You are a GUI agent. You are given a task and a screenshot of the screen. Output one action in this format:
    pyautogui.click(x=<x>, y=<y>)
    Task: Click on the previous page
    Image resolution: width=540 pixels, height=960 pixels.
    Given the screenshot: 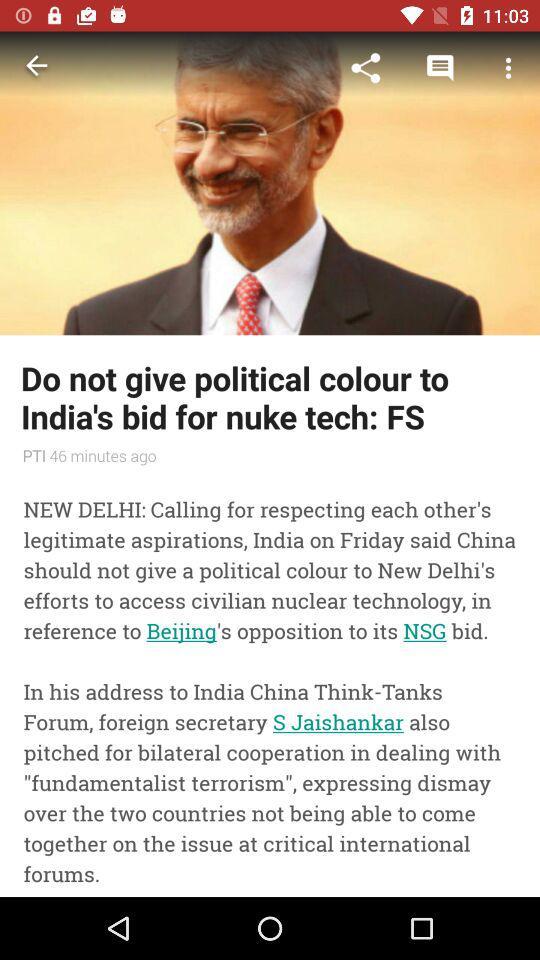 What is the action you would take?
    pyautogui.click(x=36, y=68)
    